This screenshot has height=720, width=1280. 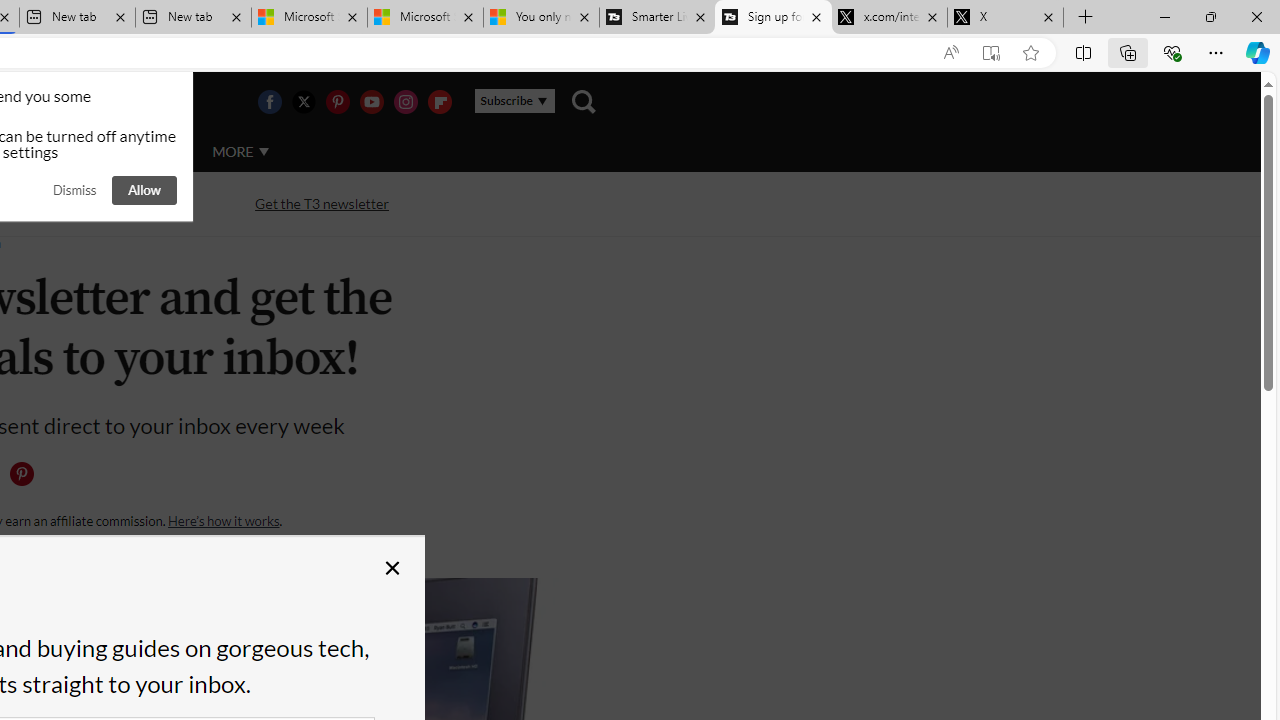 What do you see at coordinates (21, 474) in the screenshot?
I see `'Class: icon-svg'` at bounding box center [21, 474].